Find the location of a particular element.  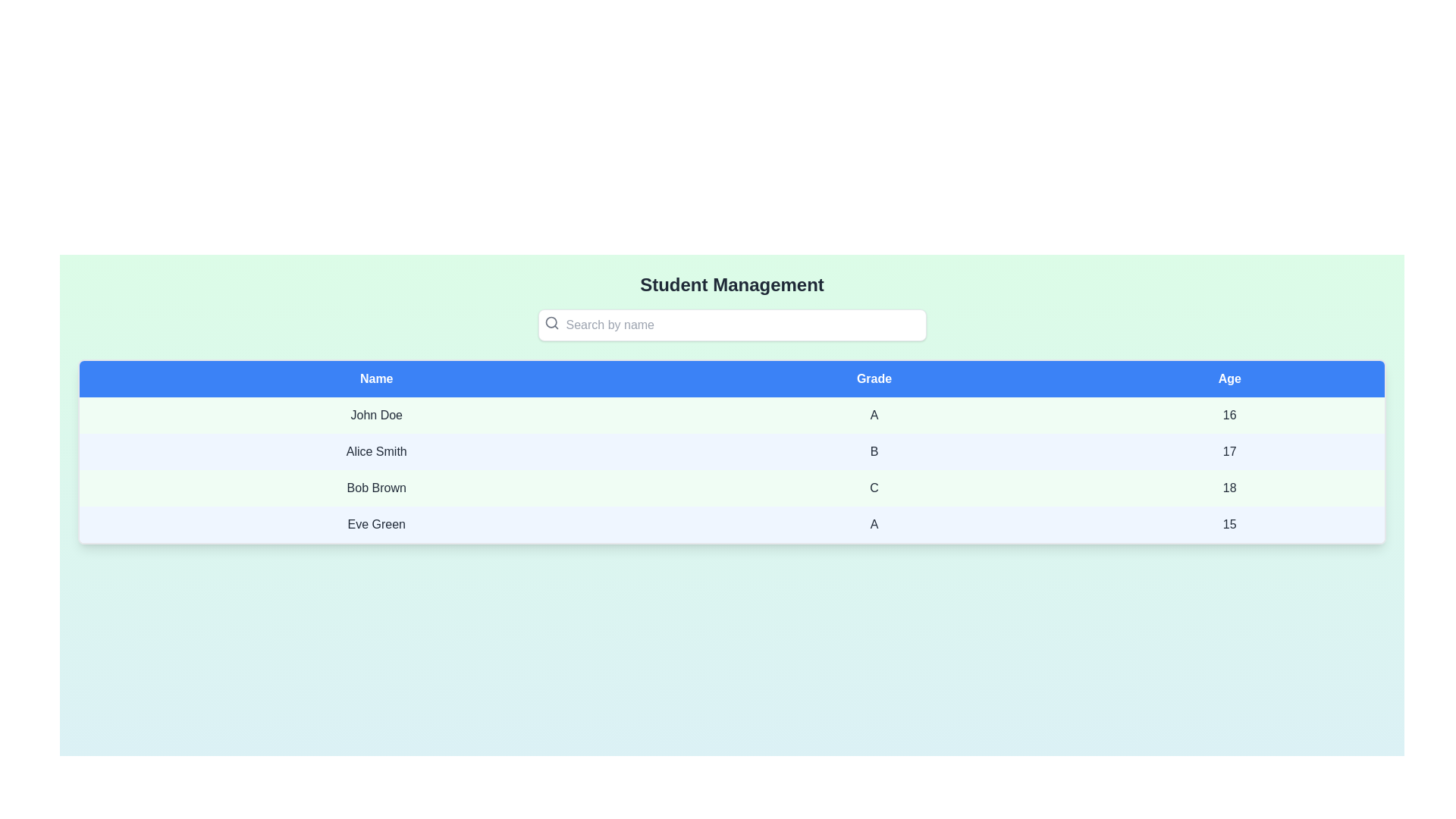

the third row of the data table is located at coordinates (732, 488).